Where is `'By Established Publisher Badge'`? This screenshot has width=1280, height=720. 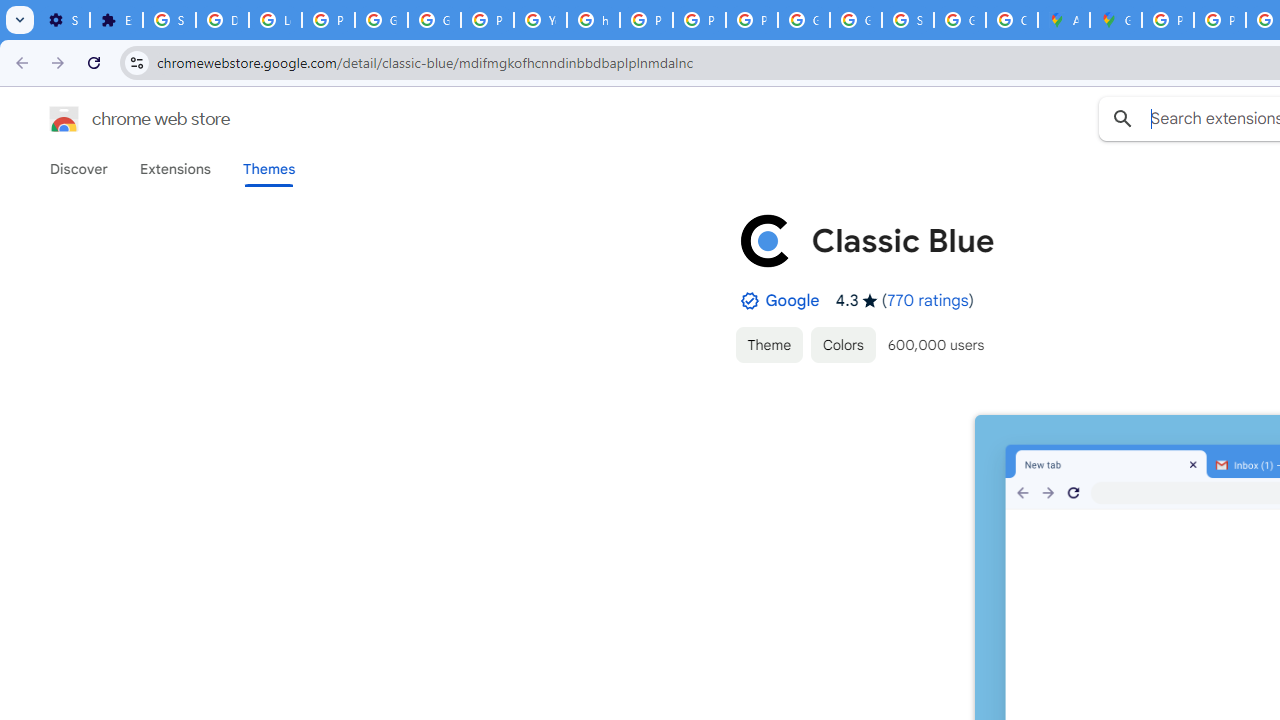 'By Established Publisher Badge' is located at coordinates (748, 301).